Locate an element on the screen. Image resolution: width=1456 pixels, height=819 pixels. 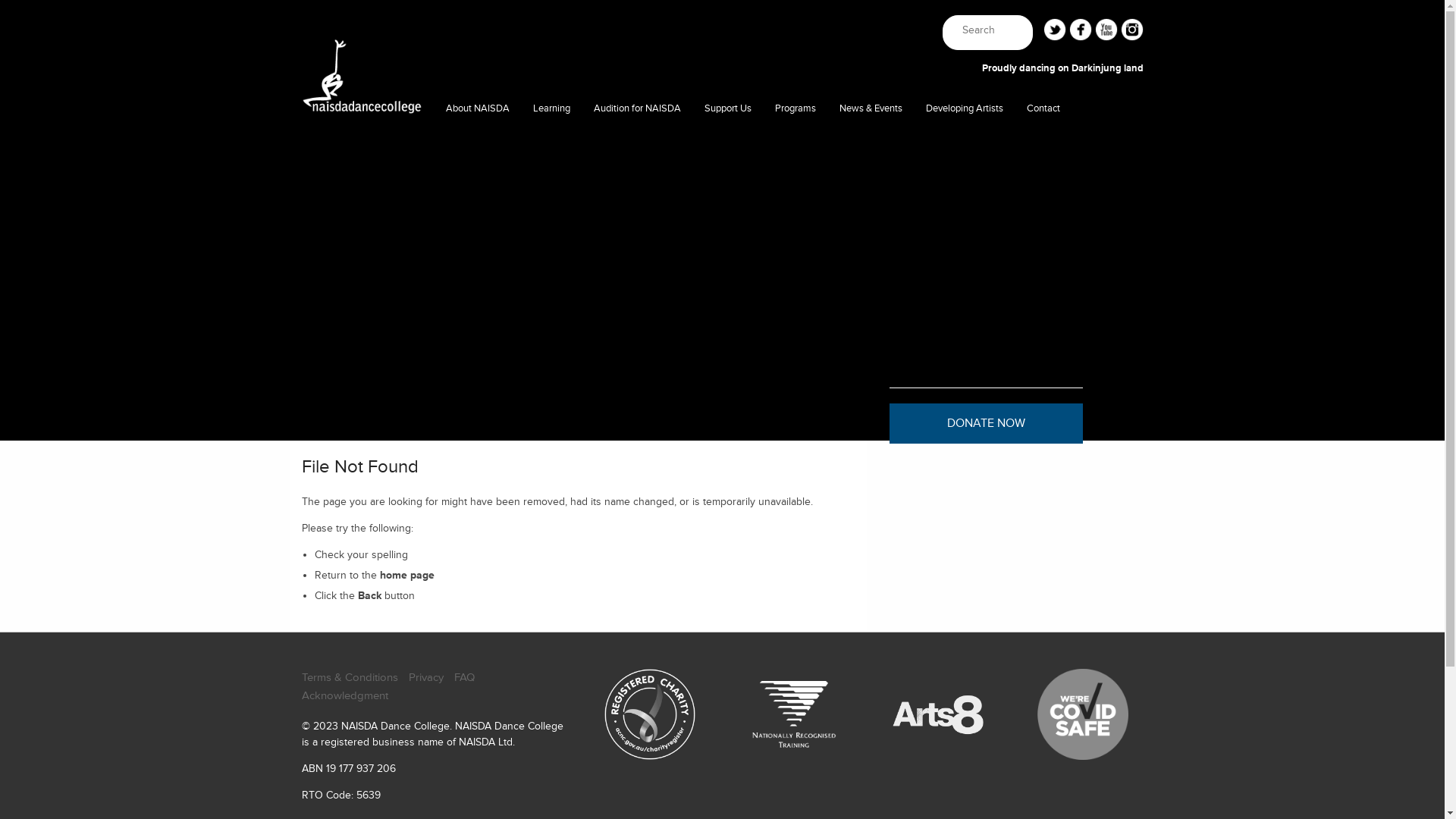
'Audition for NAISDA' is located at coordinates (582, 108).